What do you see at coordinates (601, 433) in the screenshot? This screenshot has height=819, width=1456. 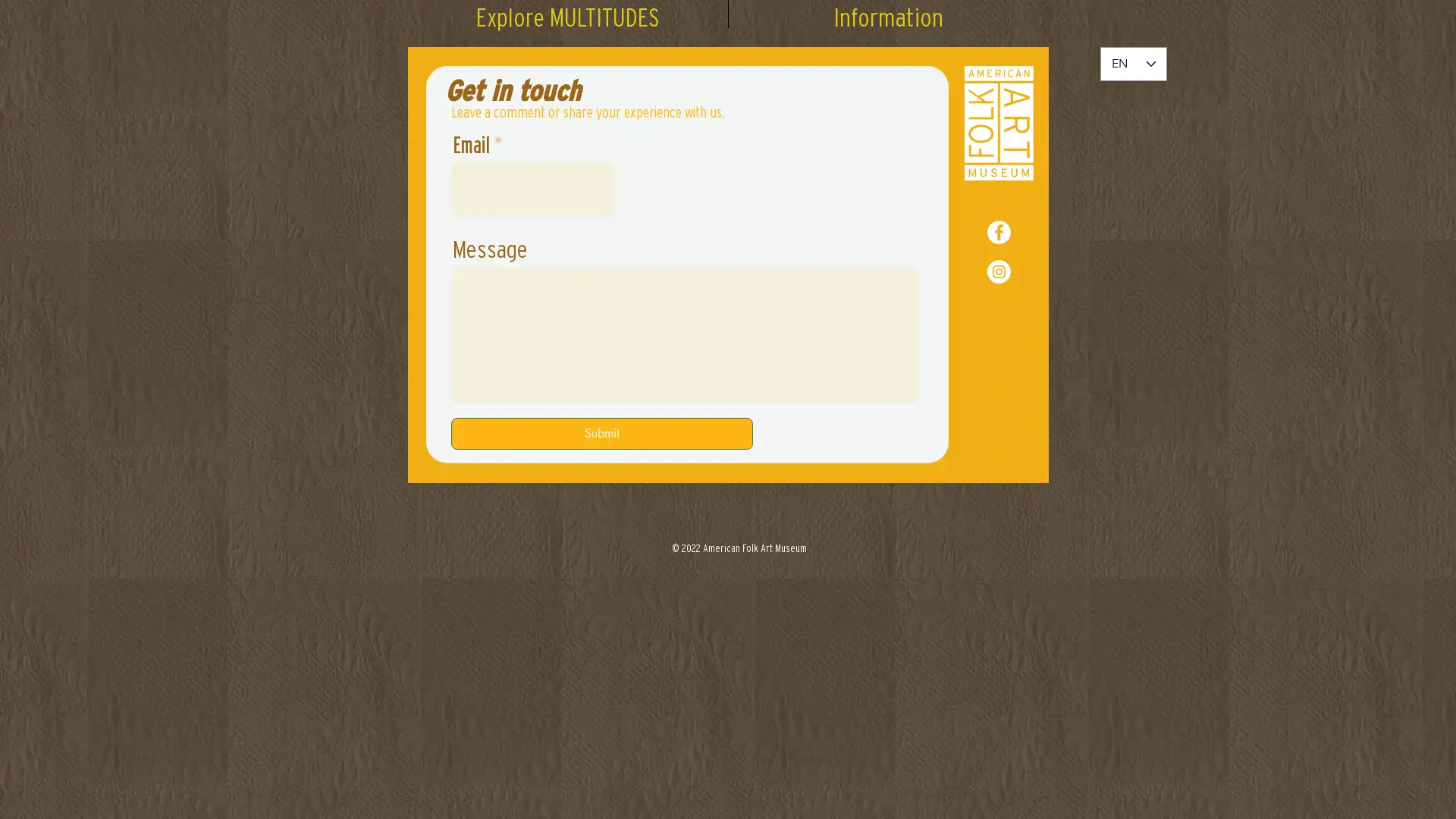 I see `Submit` at bounding box center [601, 433].